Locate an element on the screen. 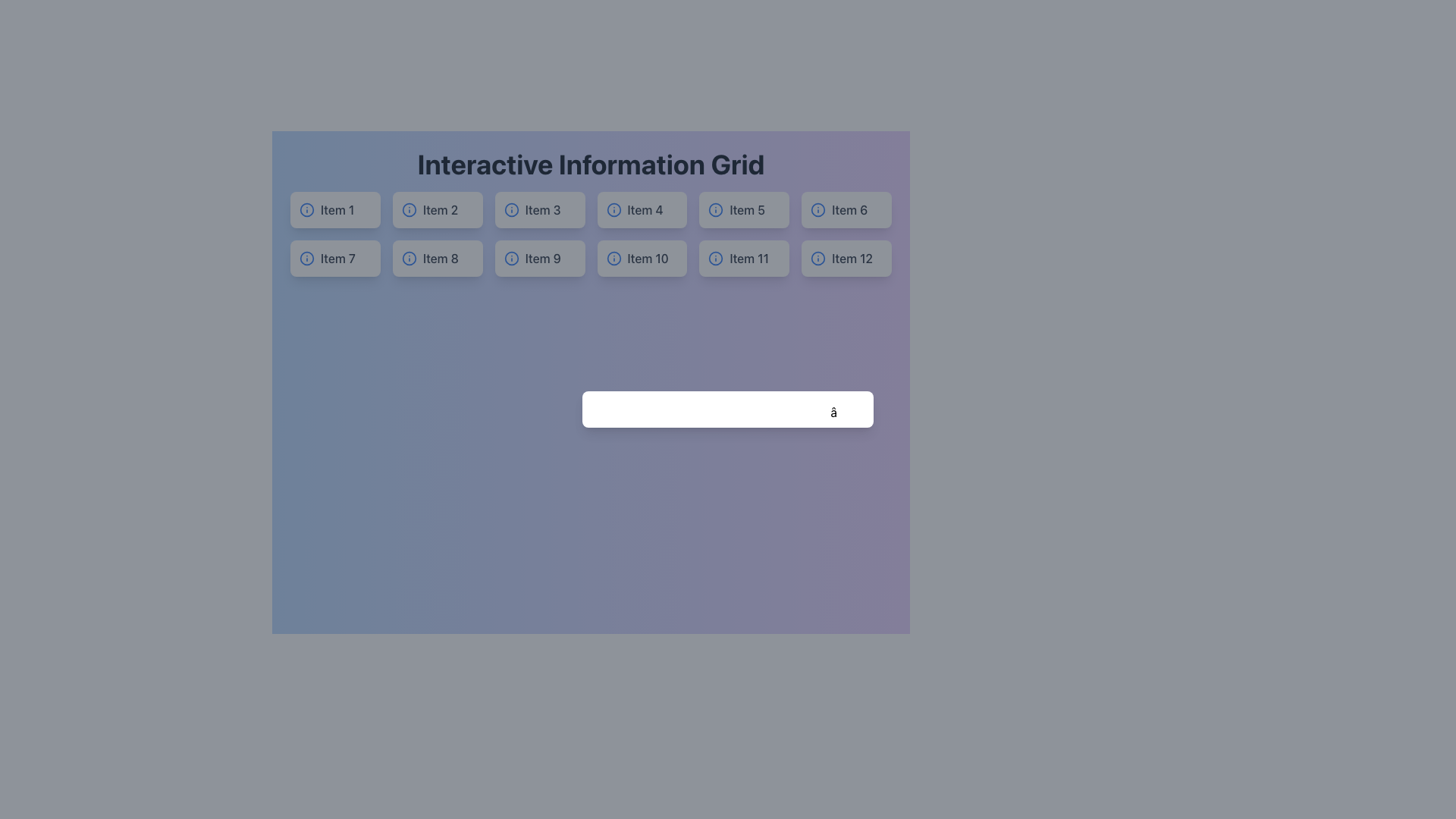 The image size is (1456, 819). the interactive card labeled 'Item 10' which features a blue circular info icon, located in the second row, fourth column of the grid layout is located at coordinates (642, 257).